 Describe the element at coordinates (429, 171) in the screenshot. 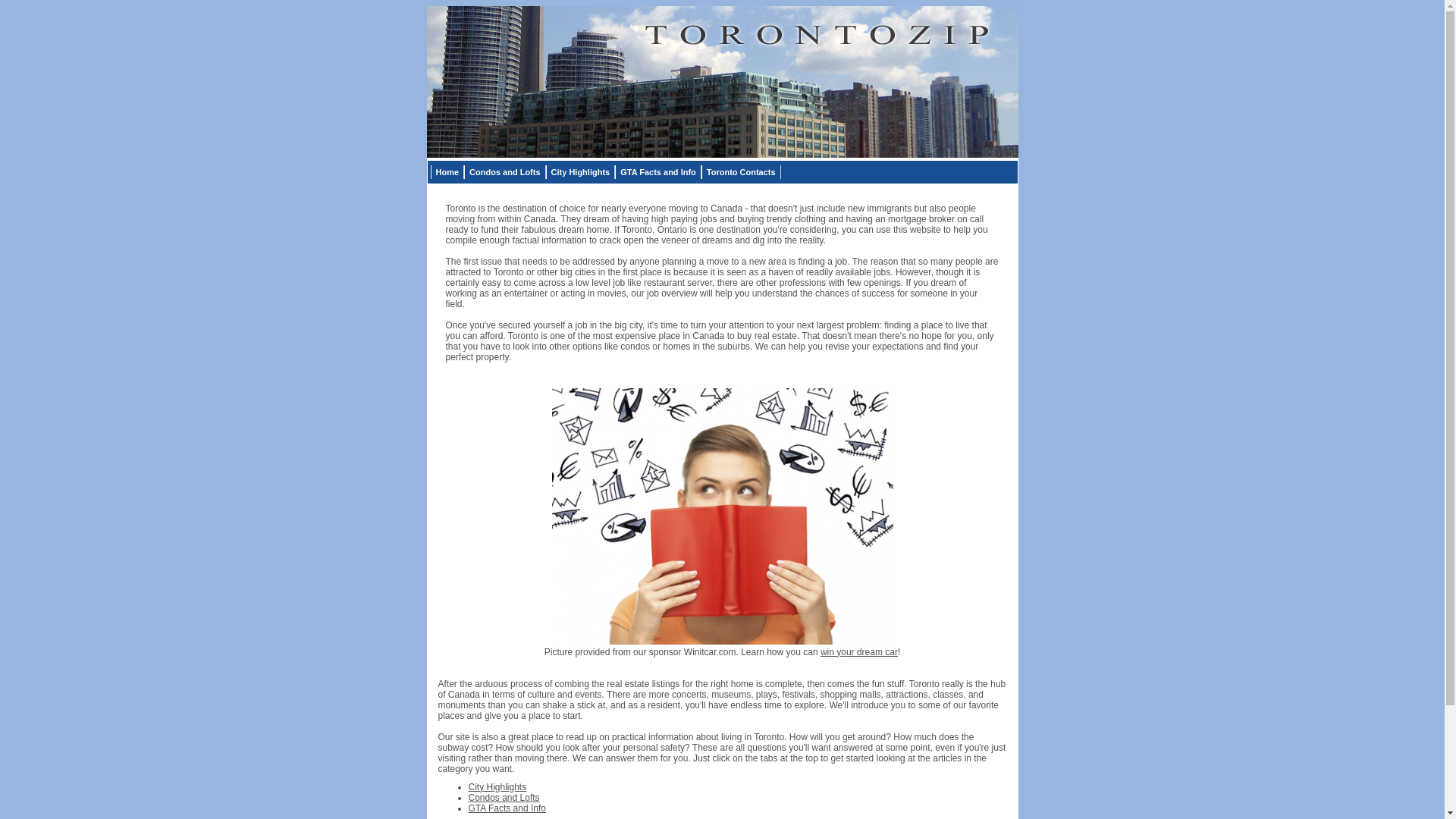

I see `'Home'` at that location.